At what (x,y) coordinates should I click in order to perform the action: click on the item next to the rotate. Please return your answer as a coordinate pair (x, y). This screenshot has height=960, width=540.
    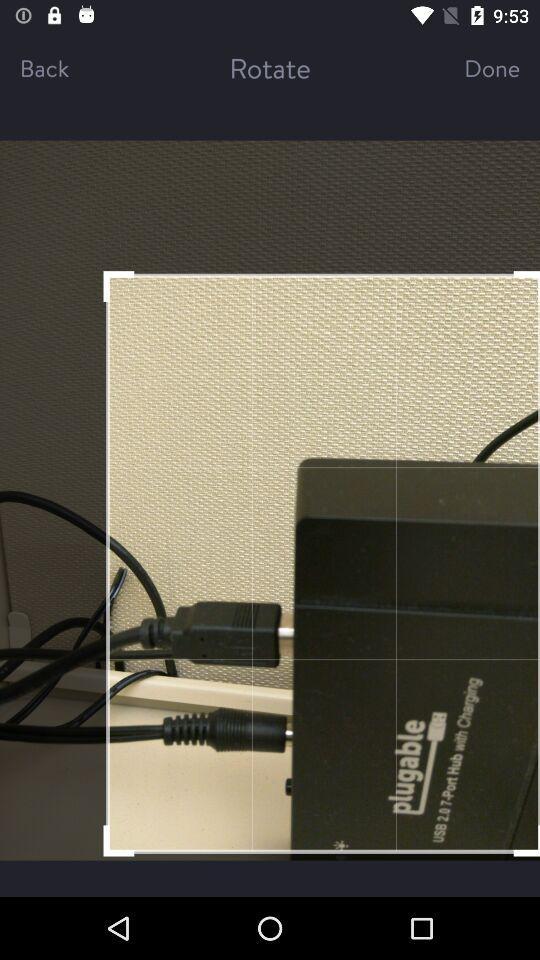
    Looking at the image, I should click on (65, 67).